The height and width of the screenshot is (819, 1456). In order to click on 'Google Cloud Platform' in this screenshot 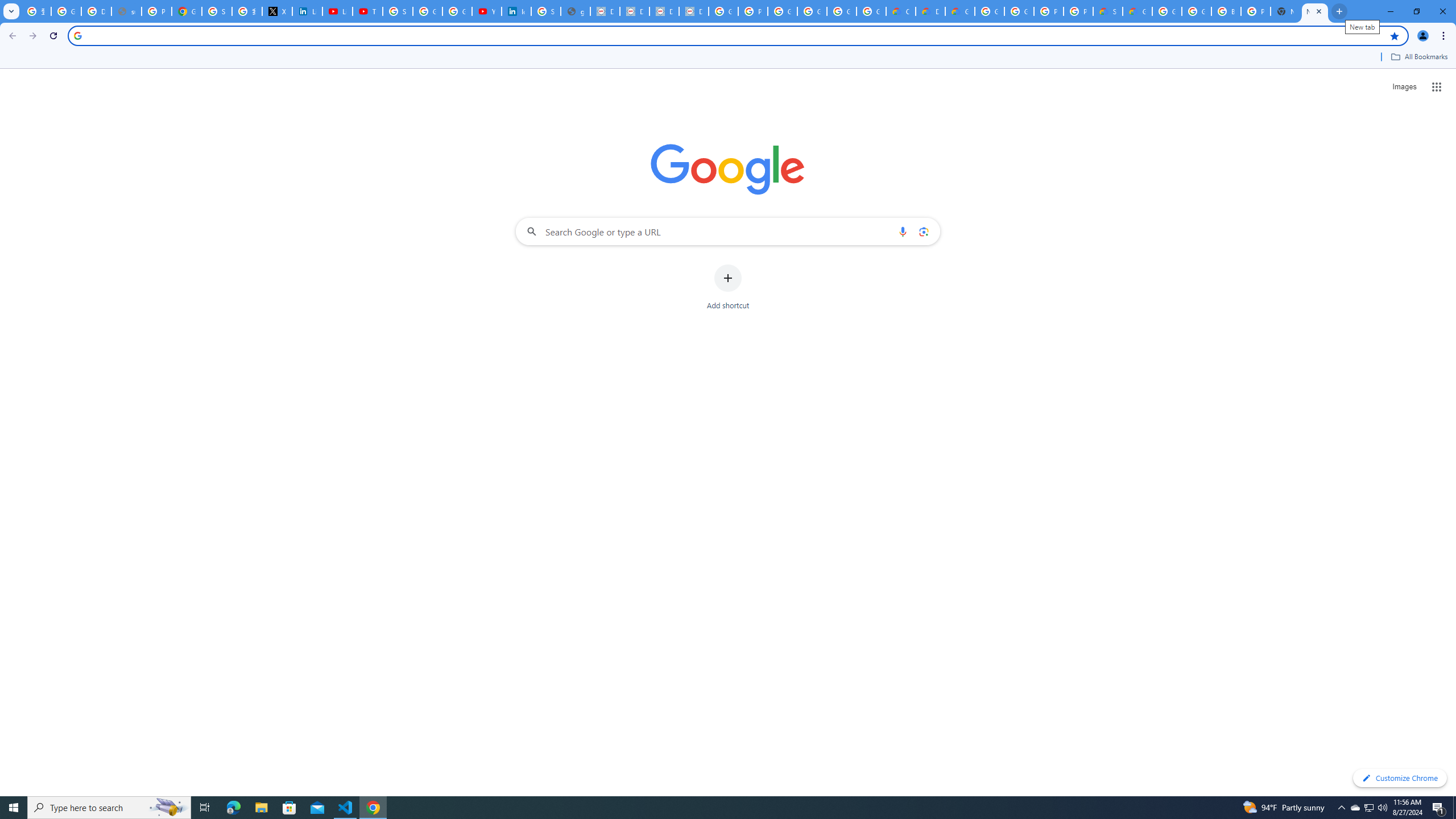, I will do `click(1019, 11)`.